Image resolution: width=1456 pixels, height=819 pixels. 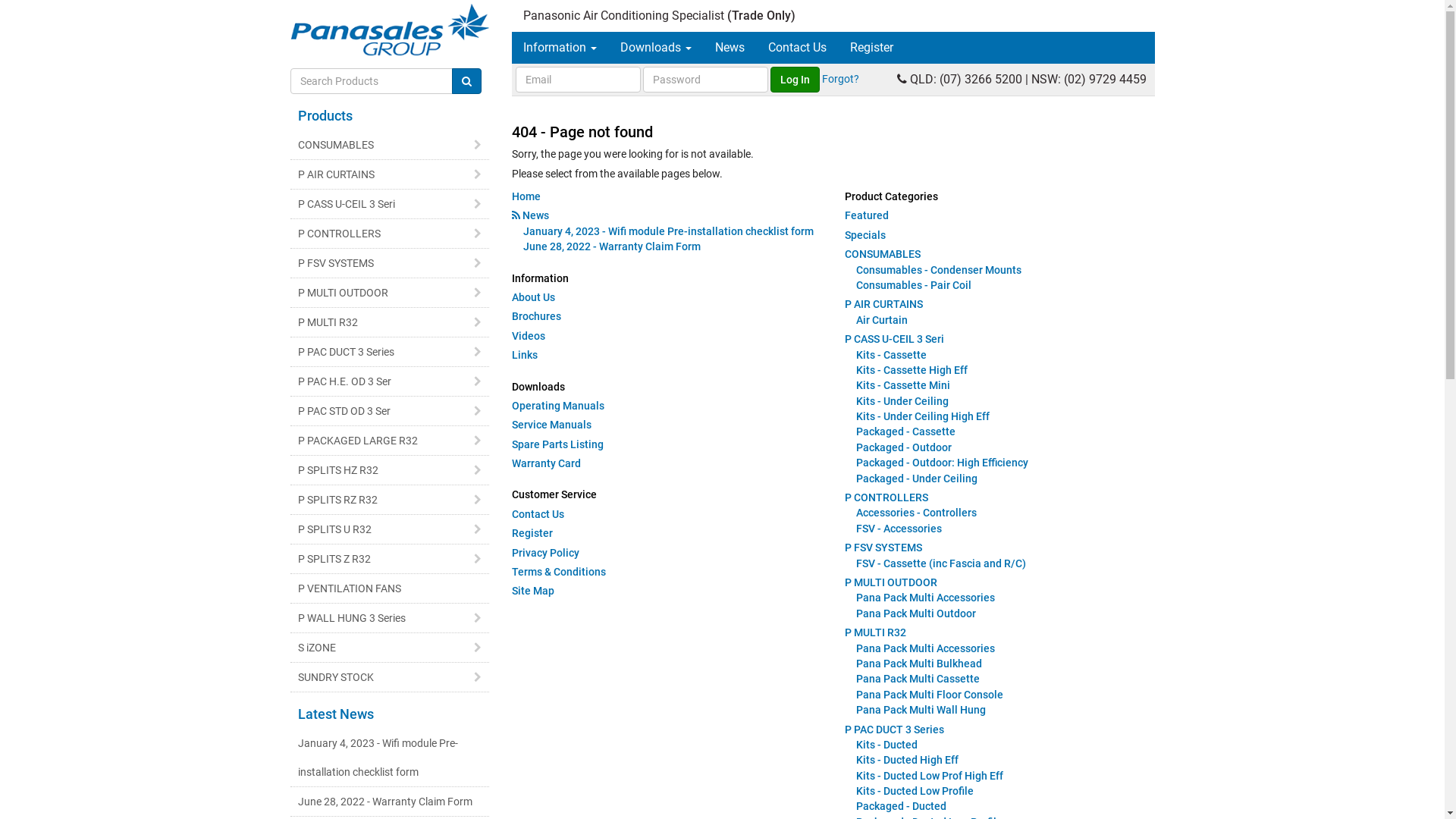 I want to click on 'Register', so click(x=532, y=532).